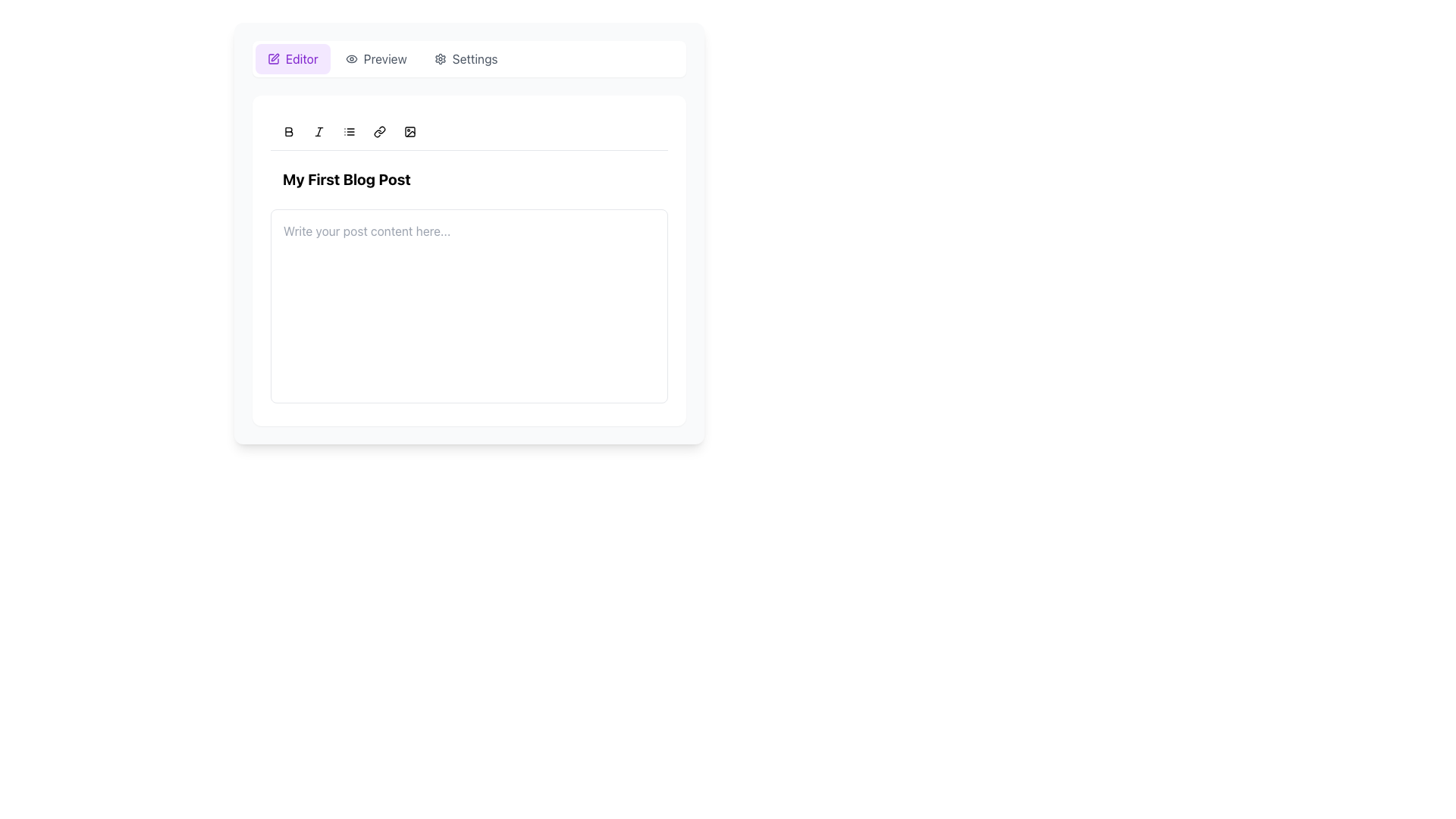 Image resolution: width=1456 pixels, height=819 pixels. What do you see at coordinates (302, 58) in the screenshot?
I see `text 'Editor' label located in the top-left corner of the interface, which identifies the editor functionality` at bounding box center [302, 58].